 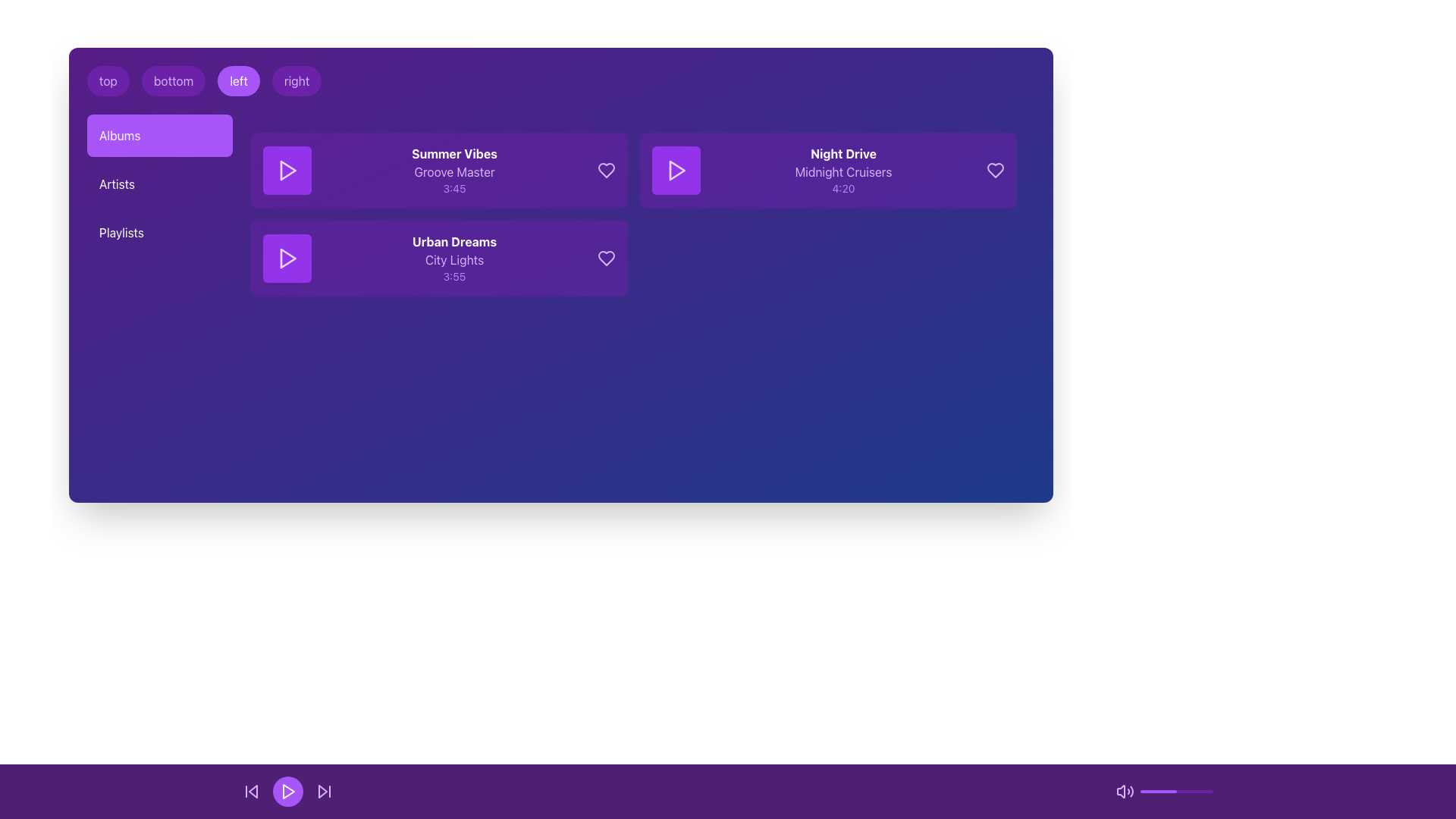 What do you see at coordinates (843, 171) in the screenshot?
I see `the text label displaying 'Midnight Cruisers' in purple` at bounding box center [843, 171].